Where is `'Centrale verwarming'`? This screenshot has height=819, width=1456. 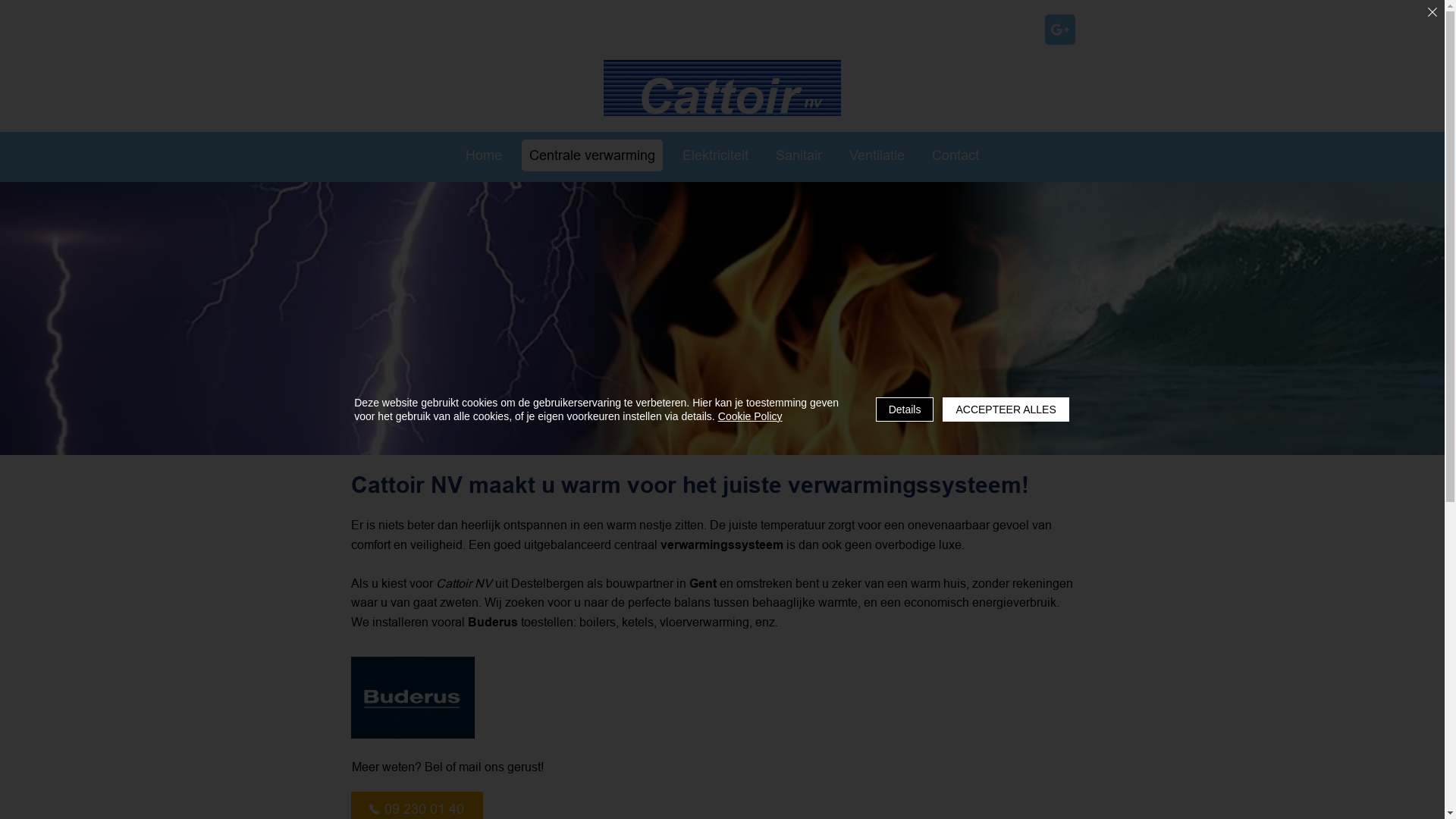
'Centrale verwarming' is located at coordinates (591, 155).